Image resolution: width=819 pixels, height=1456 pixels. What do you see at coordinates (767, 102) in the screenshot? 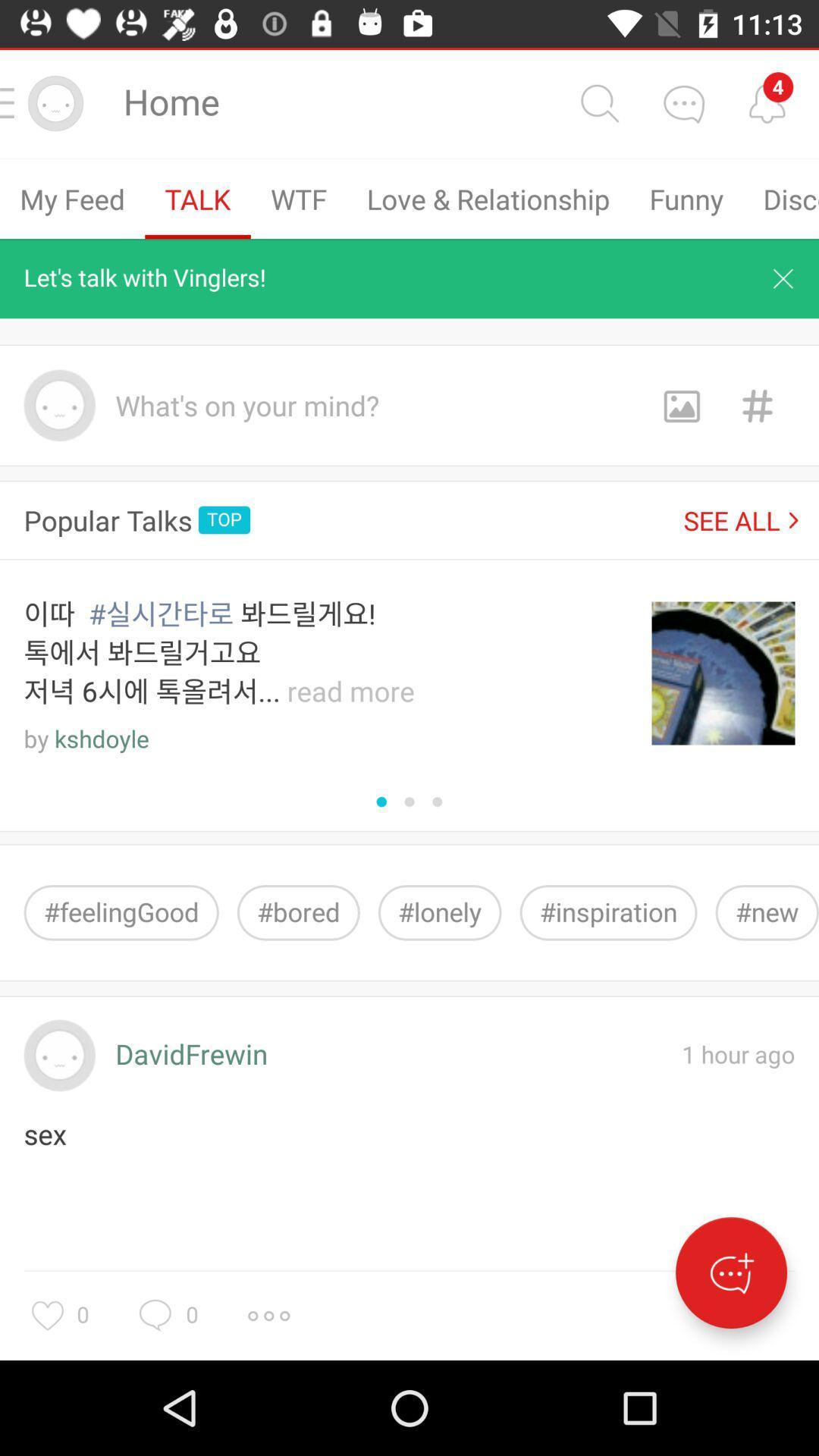
I see `read comments` at bounding box center [767, 102].